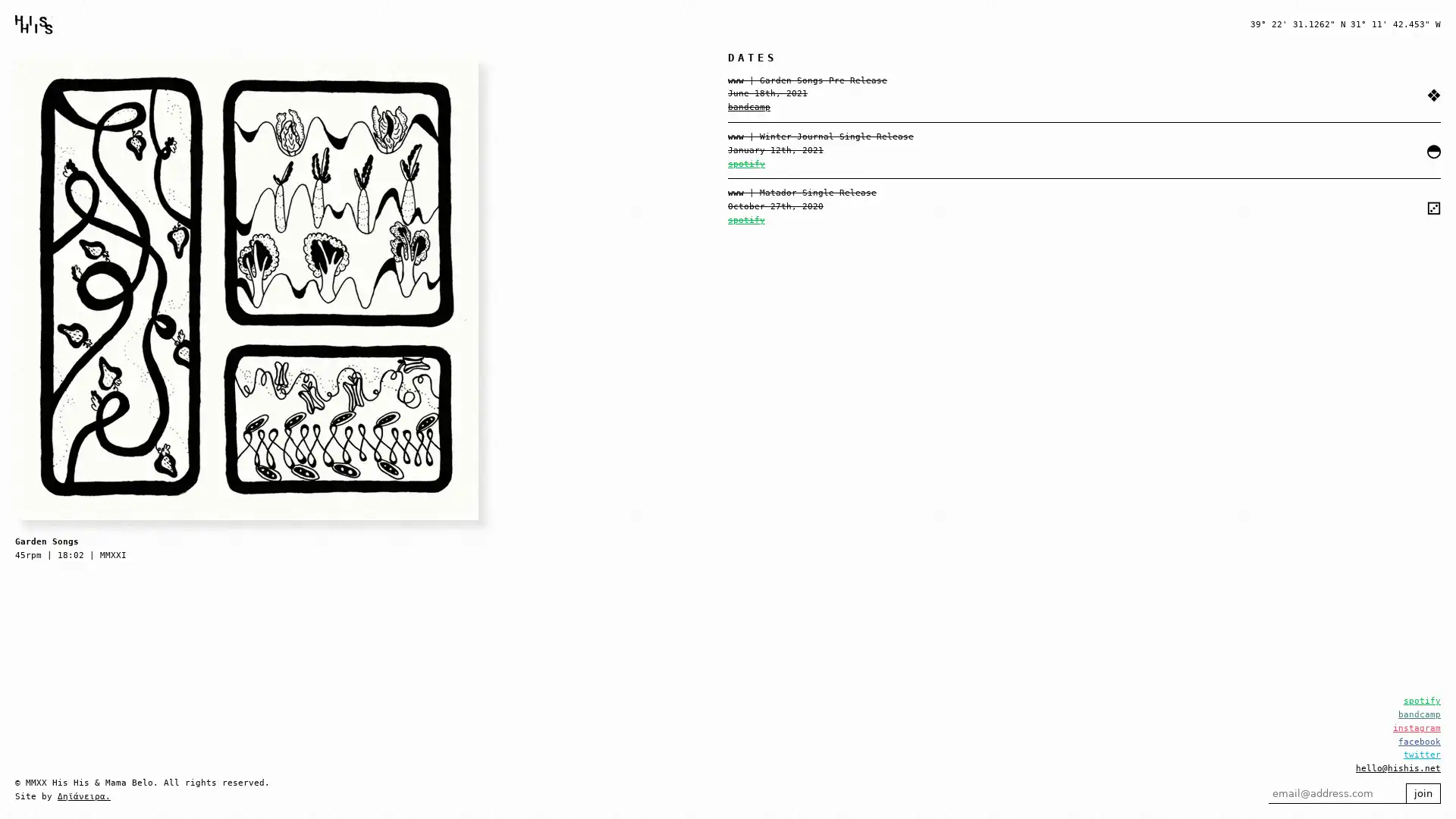 The width and height of the screenshot is (1456, 819). Describe the element at coordinates (1347, 747) in the screenshot. I see `join` at that location.